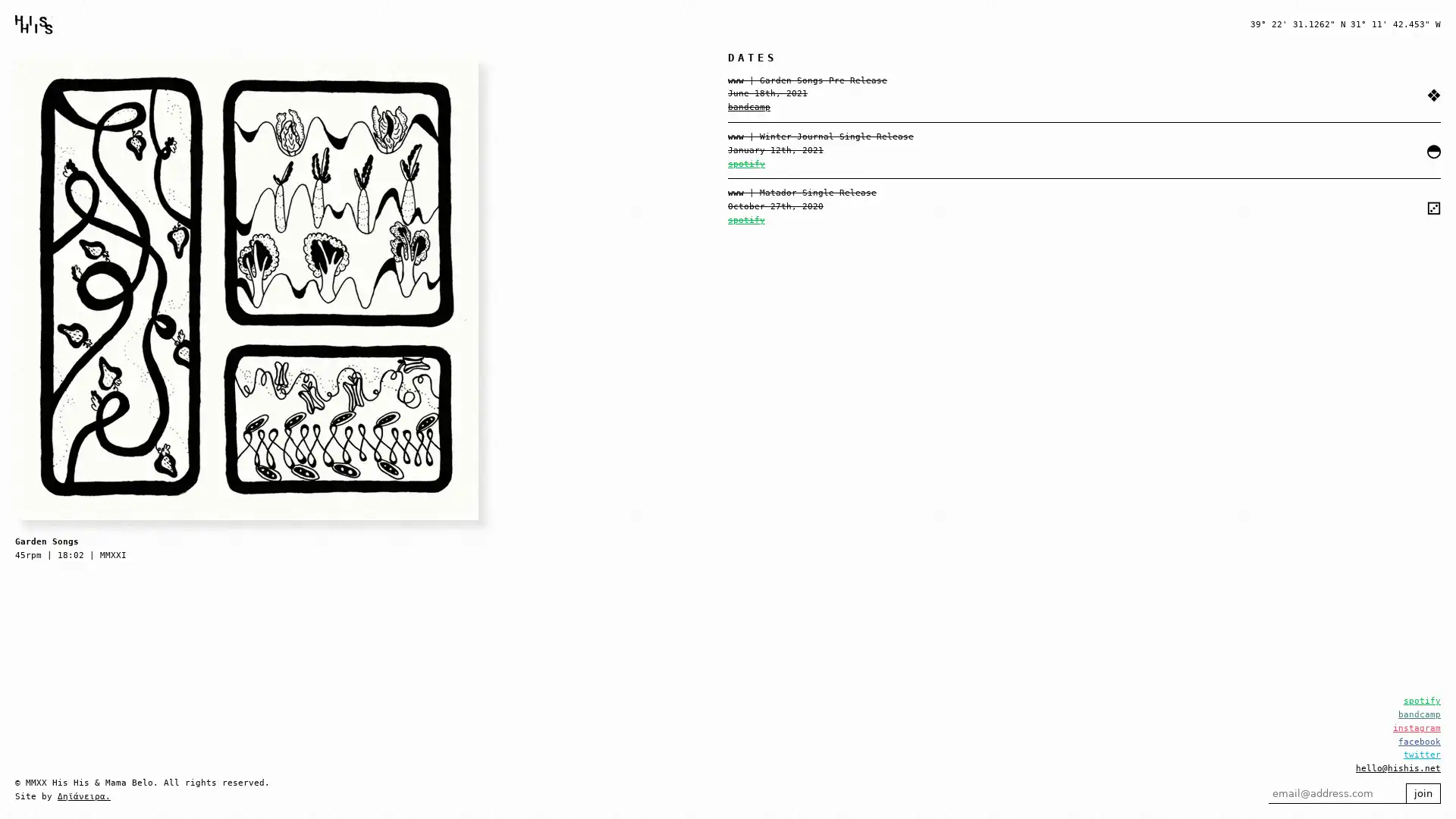 The width and height of the screenshot is (1456, 819). Describe the element at coordinates (1347, 747) in the screenshot. I see `join` at that location.